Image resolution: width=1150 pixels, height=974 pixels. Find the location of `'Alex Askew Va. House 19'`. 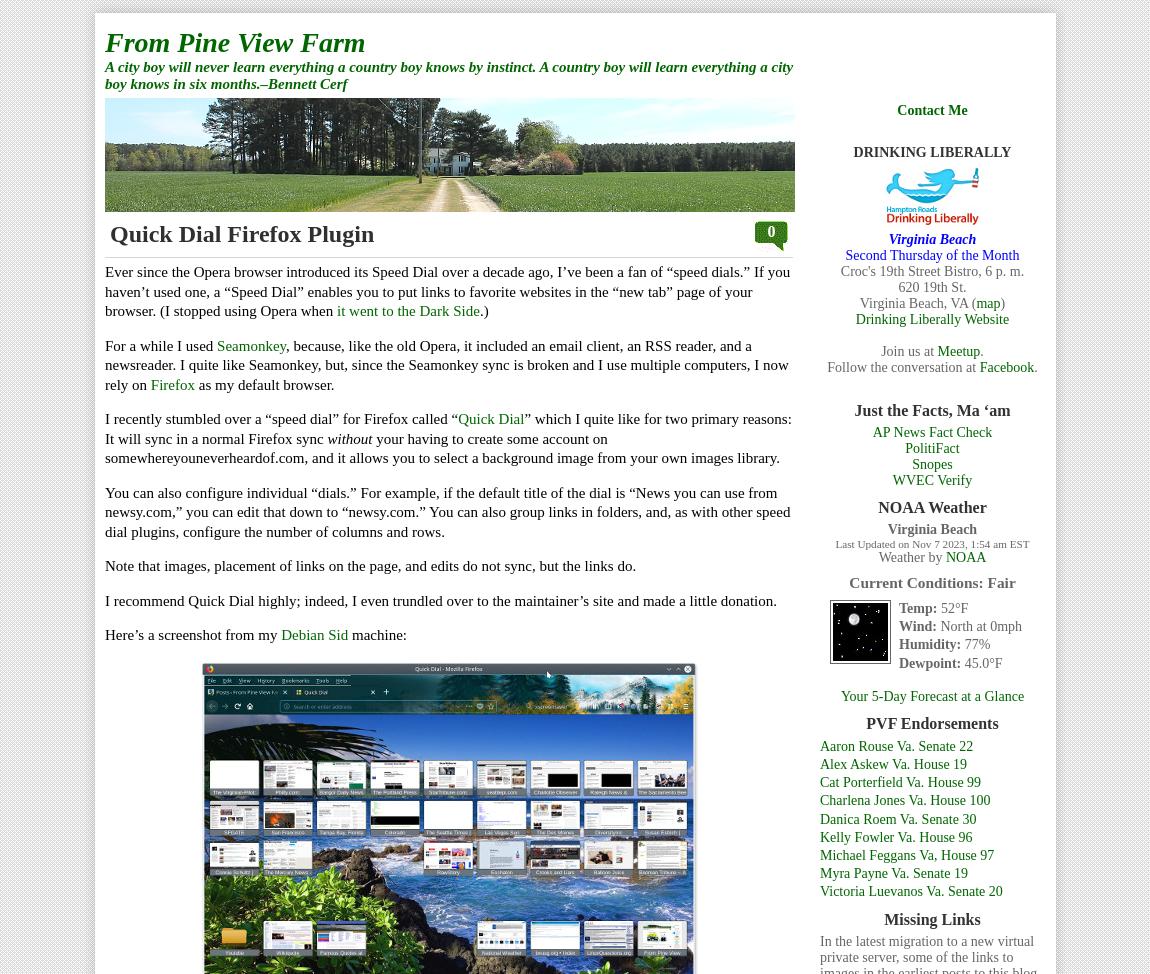

'Alex Askew Va. House 19' is located at coordinates (818, 762).